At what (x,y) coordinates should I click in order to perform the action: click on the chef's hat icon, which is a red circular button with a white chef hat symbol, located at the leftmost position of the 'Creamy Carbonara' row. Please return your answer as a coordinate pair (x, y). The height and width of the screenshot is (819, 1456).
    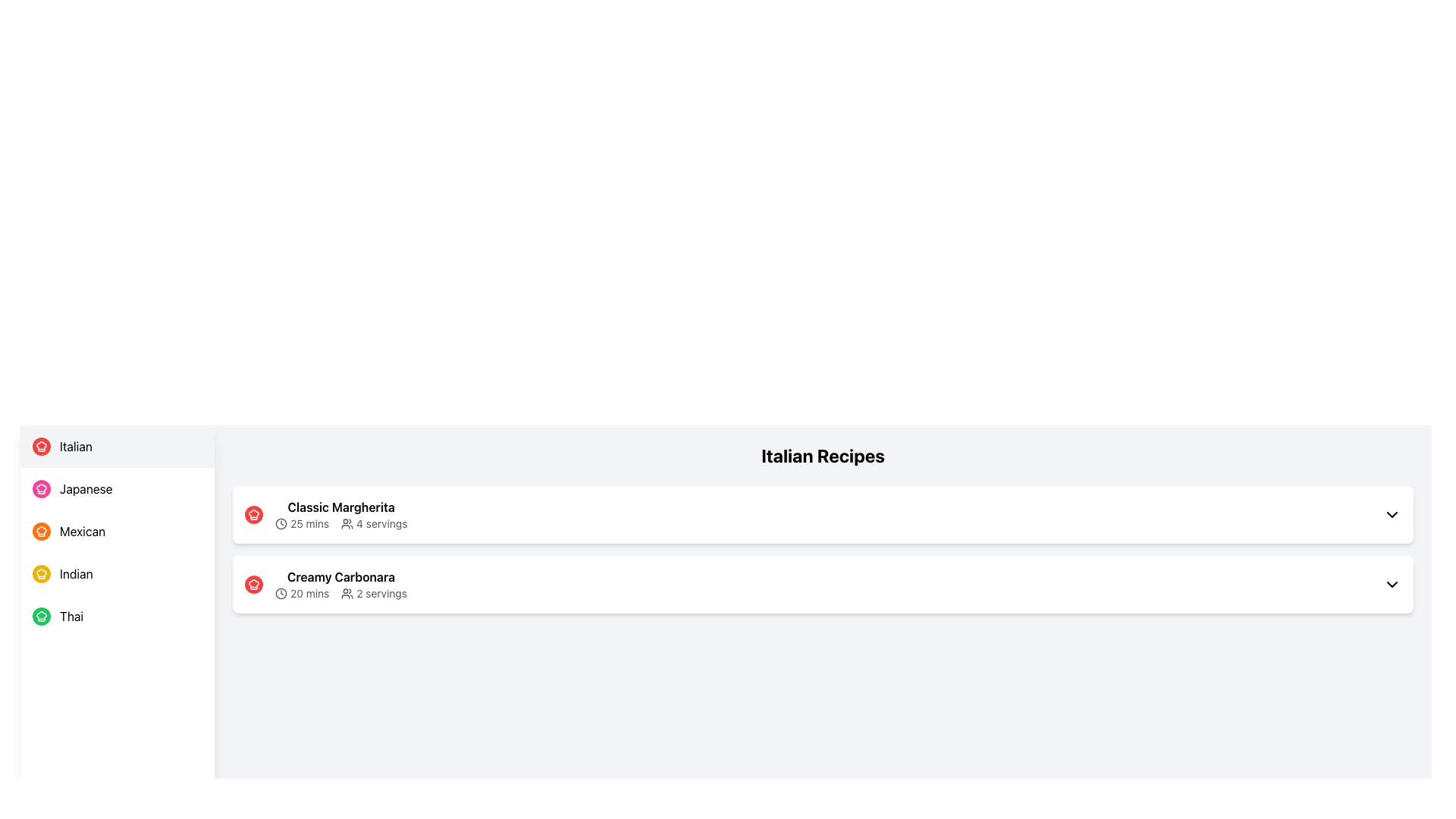
    Looking at the image, I should click on (254, 584).